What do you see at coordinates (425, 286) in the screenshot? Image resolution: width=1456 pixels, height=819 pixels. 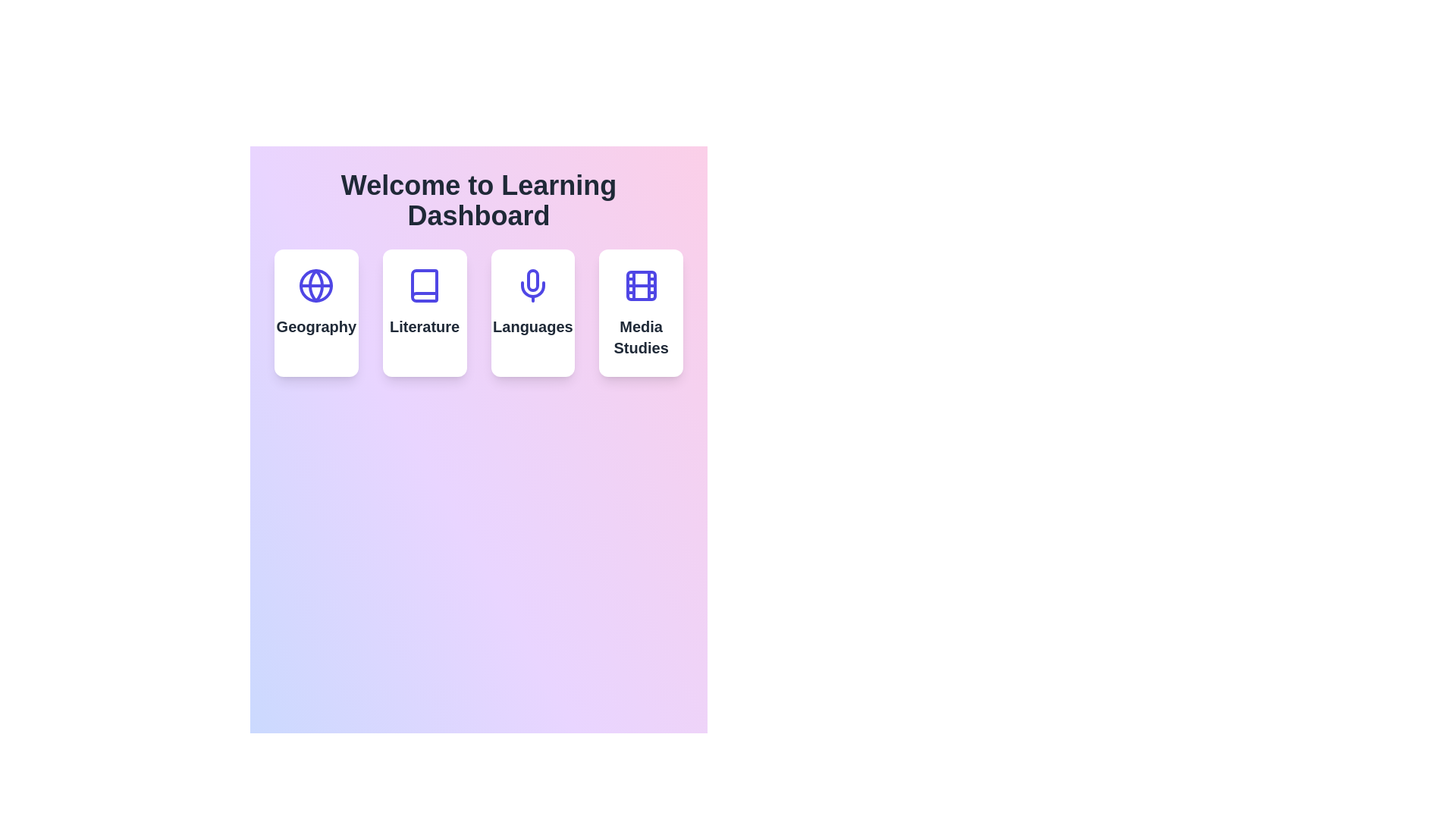 I see `the Literature icon, which is a book-shaped icon in bold indigo color located in the second card under the heading 'Welcome to Learning Dashboard'` at bounding box center [425, 286].